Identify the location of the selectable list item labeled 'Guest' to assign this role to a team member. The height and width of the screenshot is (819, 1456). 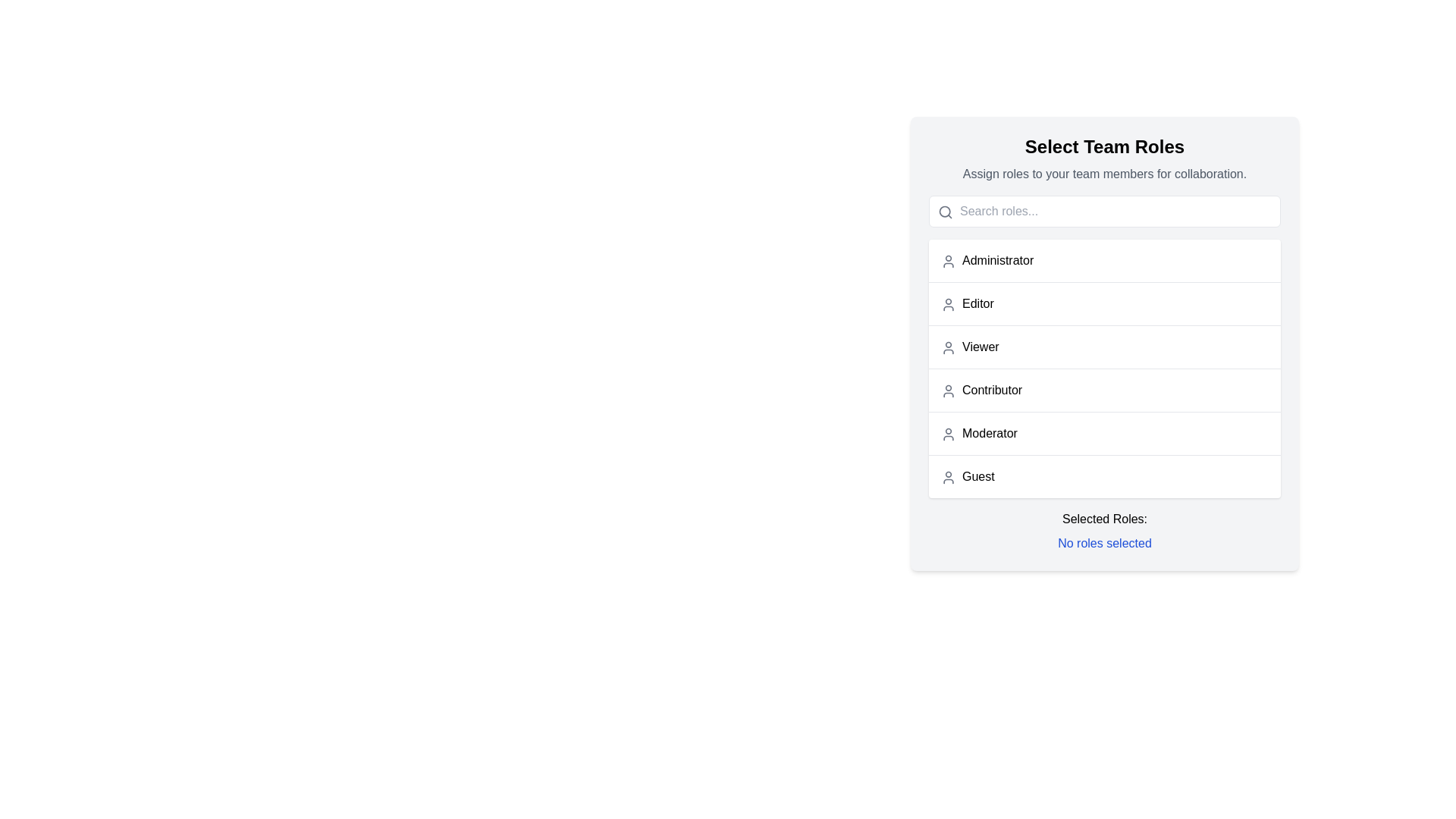
(967, 475).